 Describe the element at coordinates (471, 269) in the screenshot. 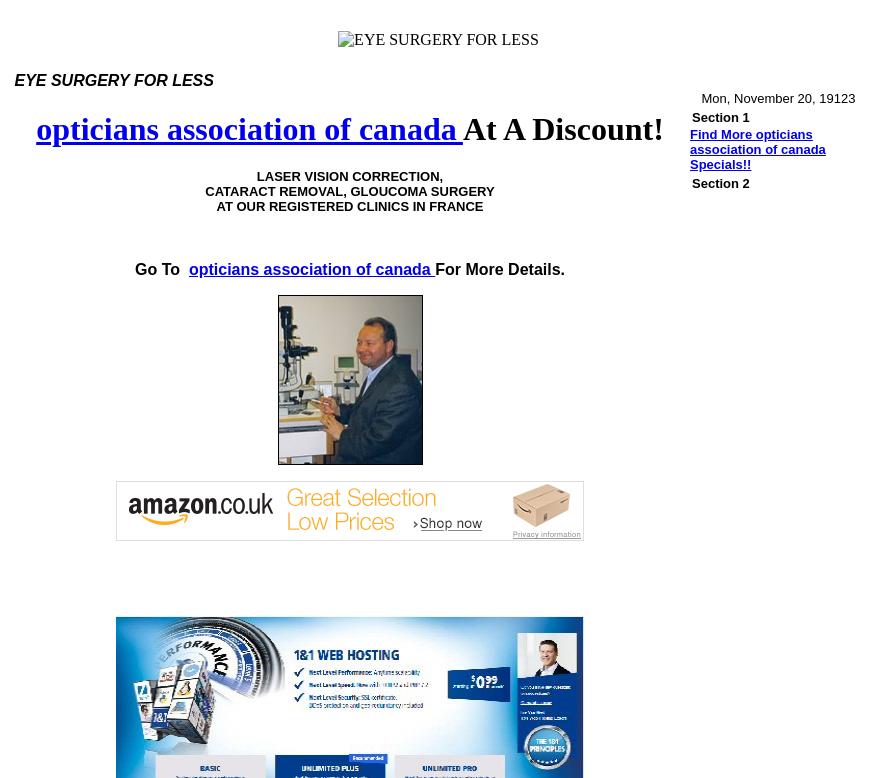

I see `'For 
								  More'` at that location.